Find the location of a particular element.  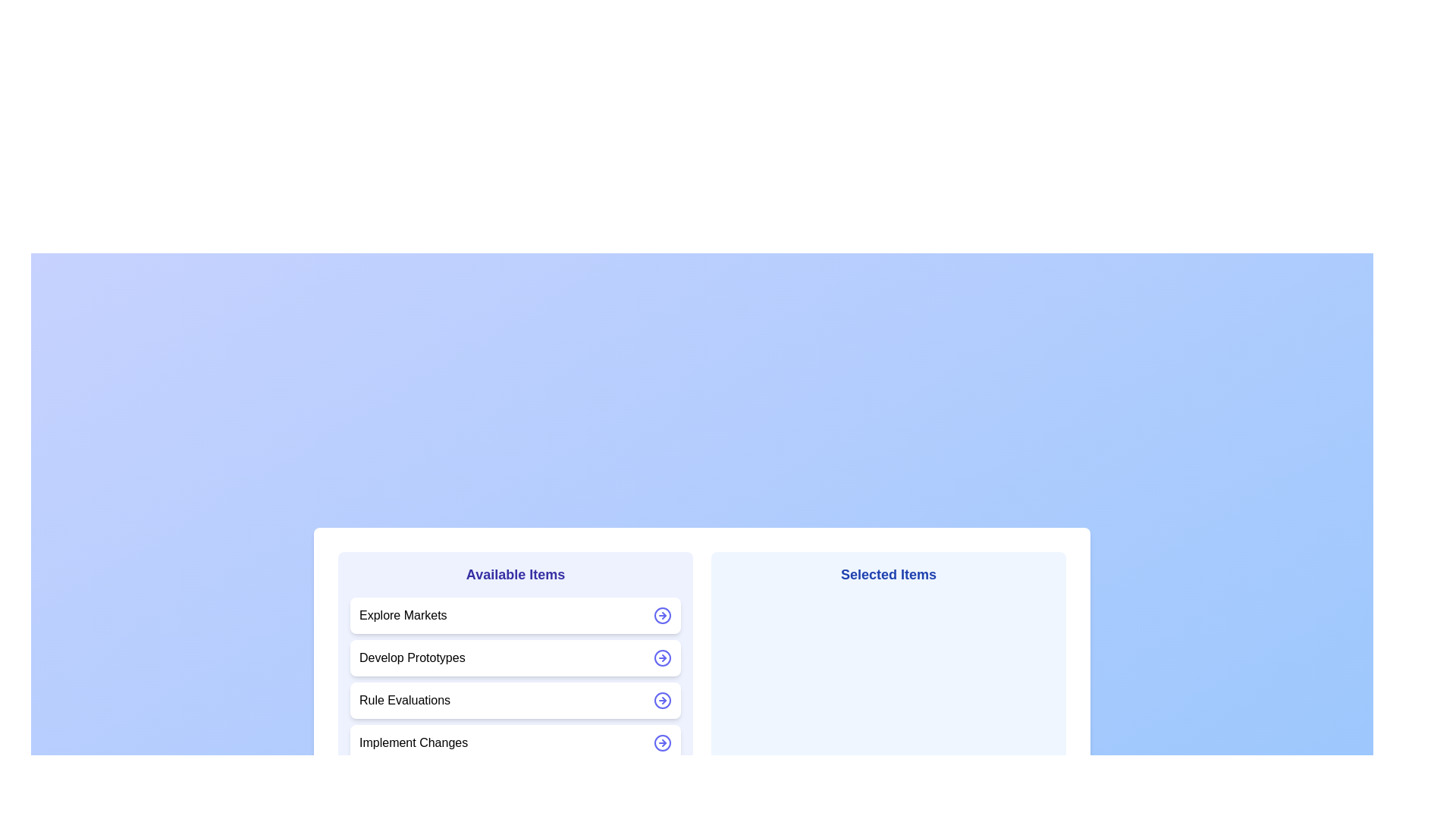

the 'Explore Markets' item in the Available Items list is located at coordinates (516, 616).